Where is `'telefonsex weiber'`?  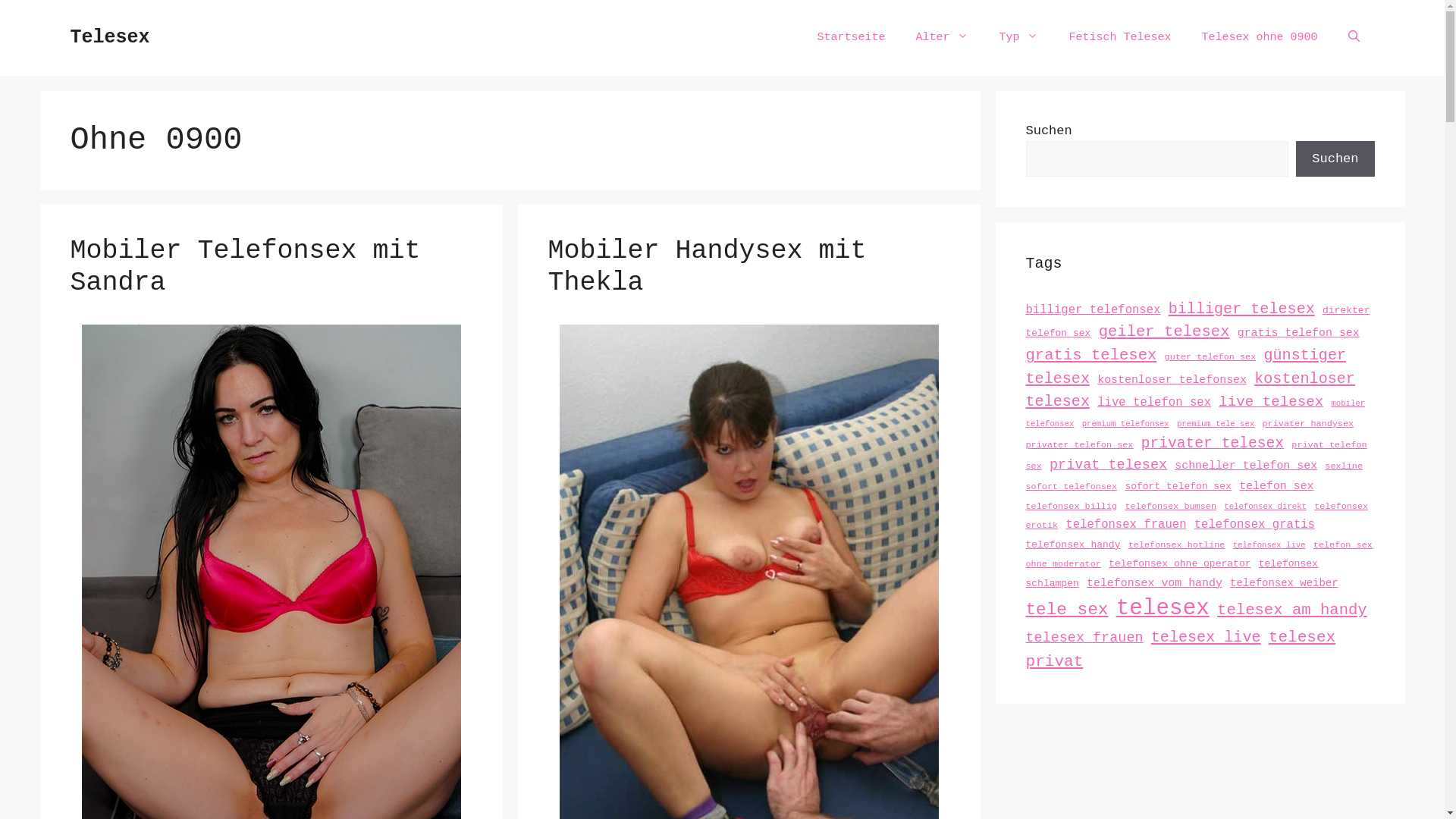
'telefonsex weiber' is located at coordinates (1283, 581).